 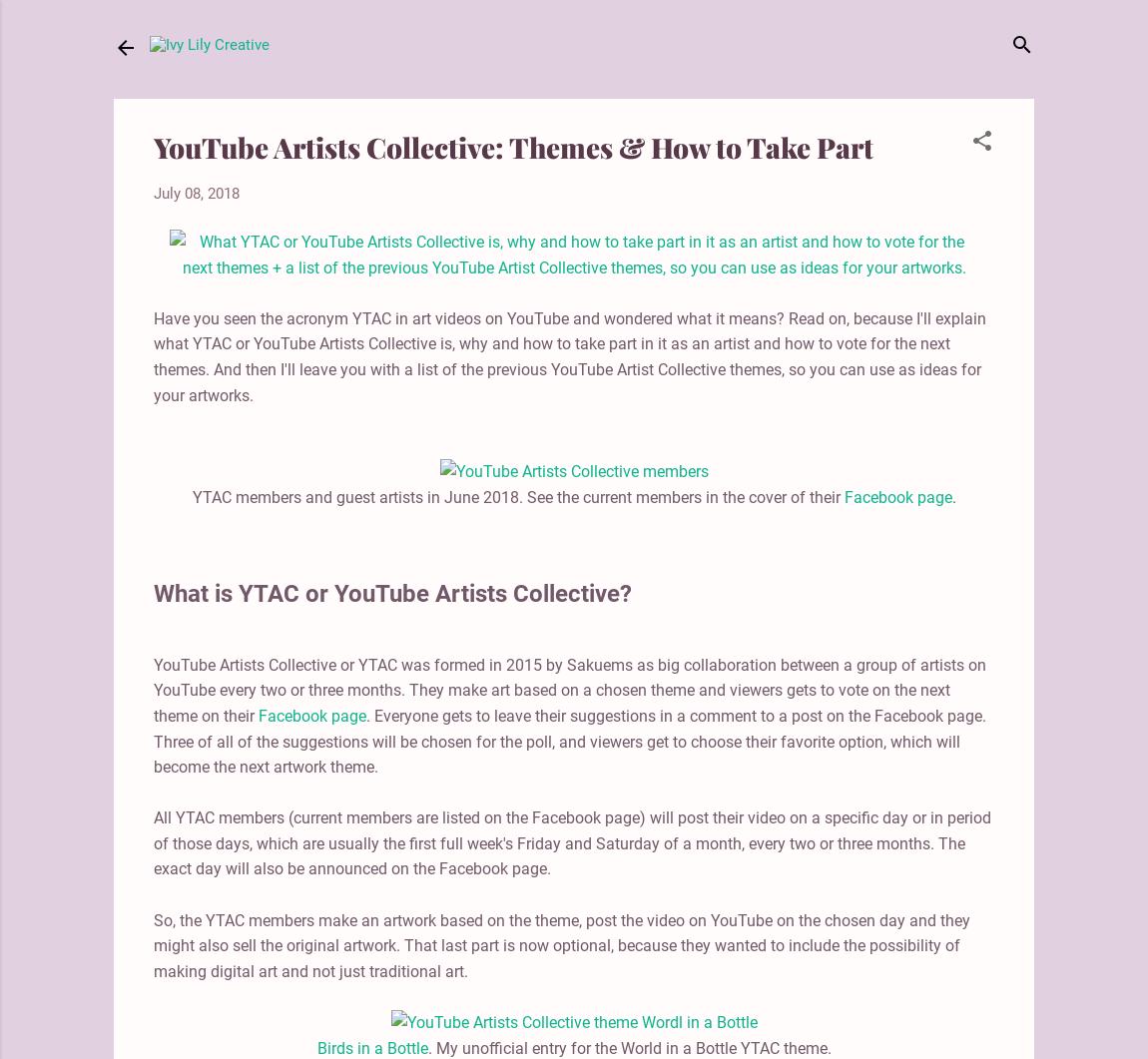 I want to click on 'So, the YTAC members make an artwork based on the theme, post the video on YouTube on the chosen day and they might also sell the original artwork. That last part is now optional, because they wanted to include the possibility of making digital art and not just traditional art.', so click(x=562, y=944).